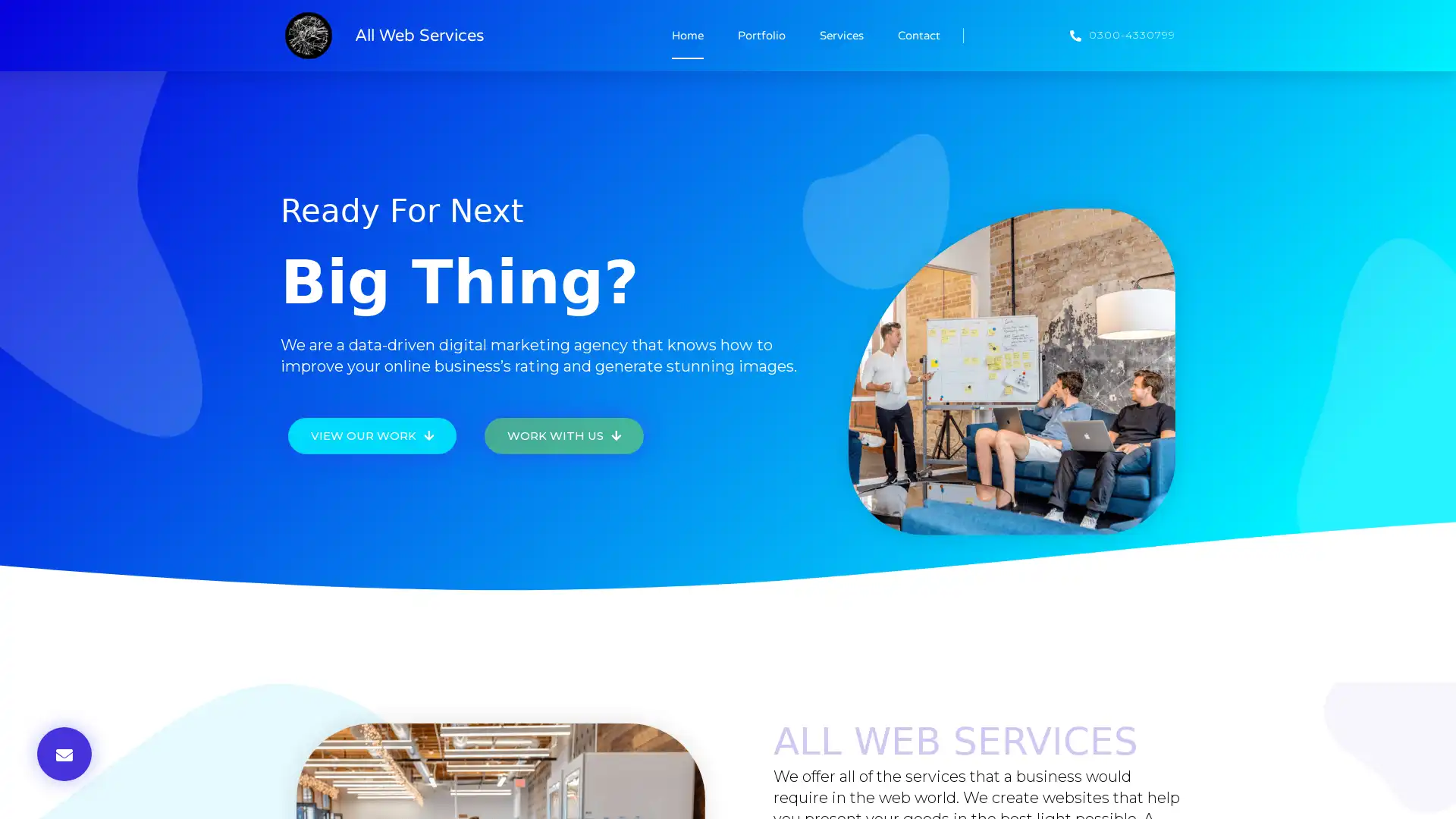  I want to click on WORK WITH US, so click(563, 435).